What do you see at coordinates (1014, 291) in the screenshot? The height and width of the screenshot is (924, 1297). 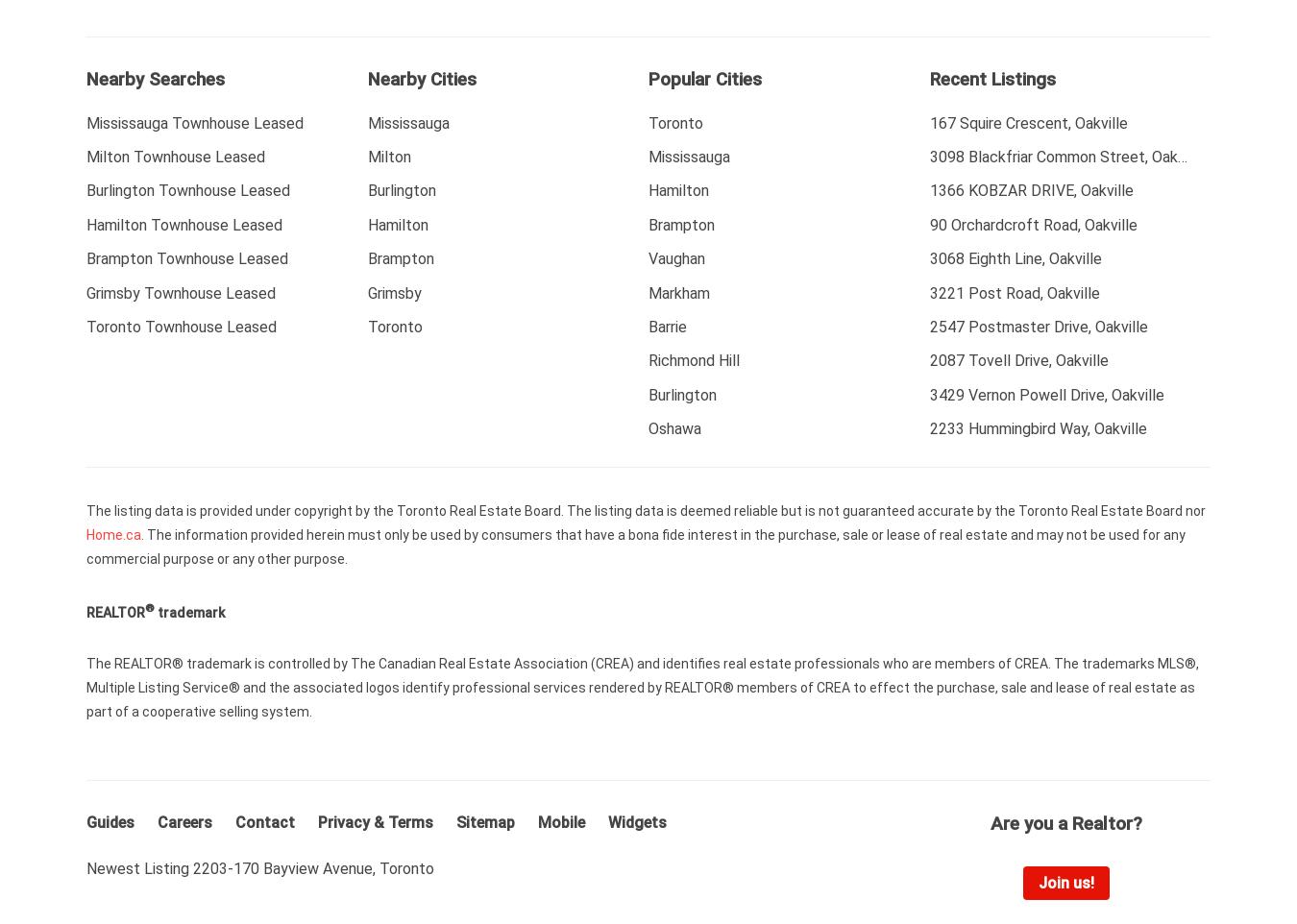 I see `'3221 Post Road, Oakville'` at bounding box center [1014, 291].